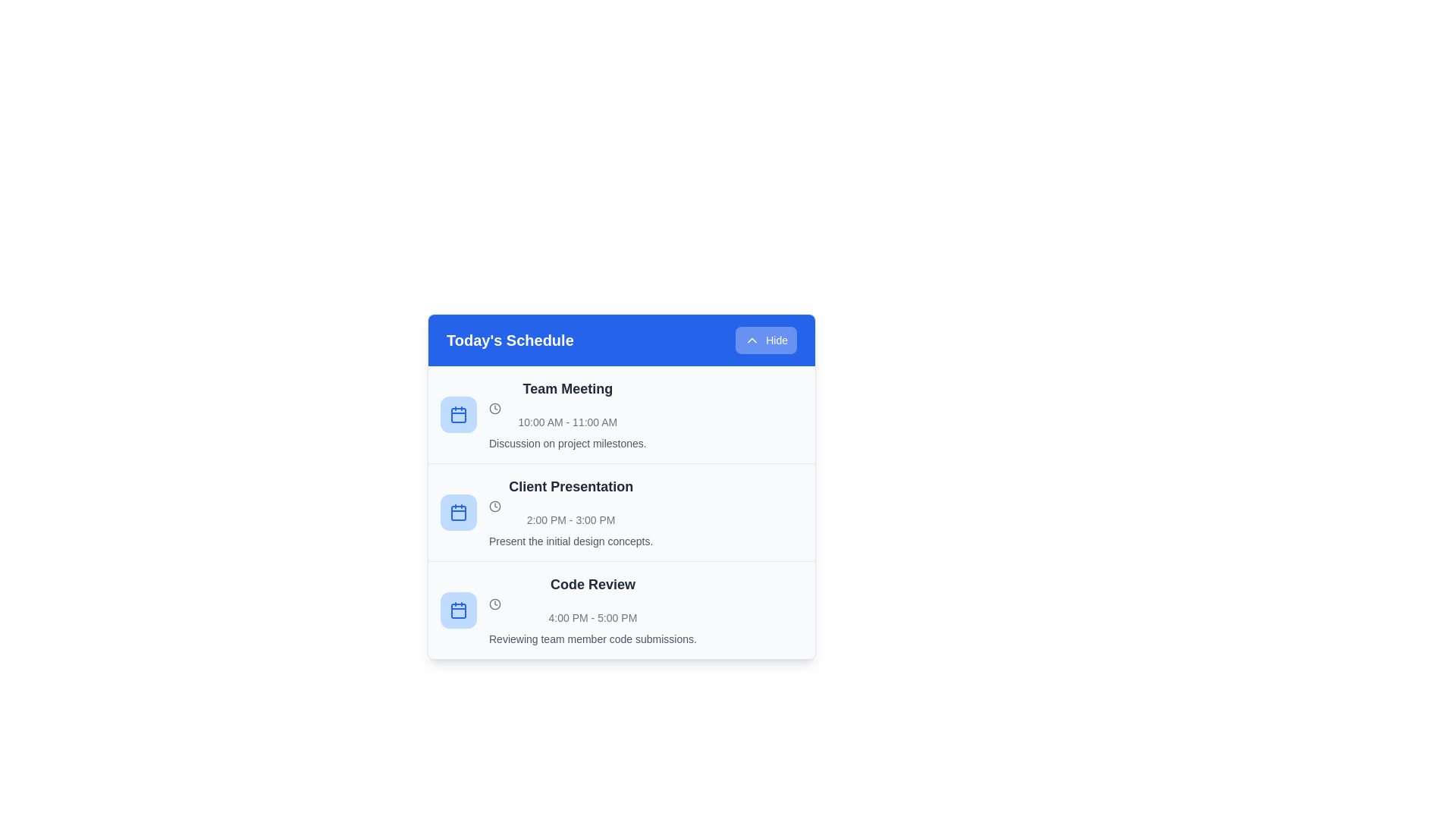 The image size is (1456, 819). What do you see at coordinates (622, 512) in the screenshot?
I see `the second schedule entry in the 'Today's Schedule' section` at bounding box center [622, 512].